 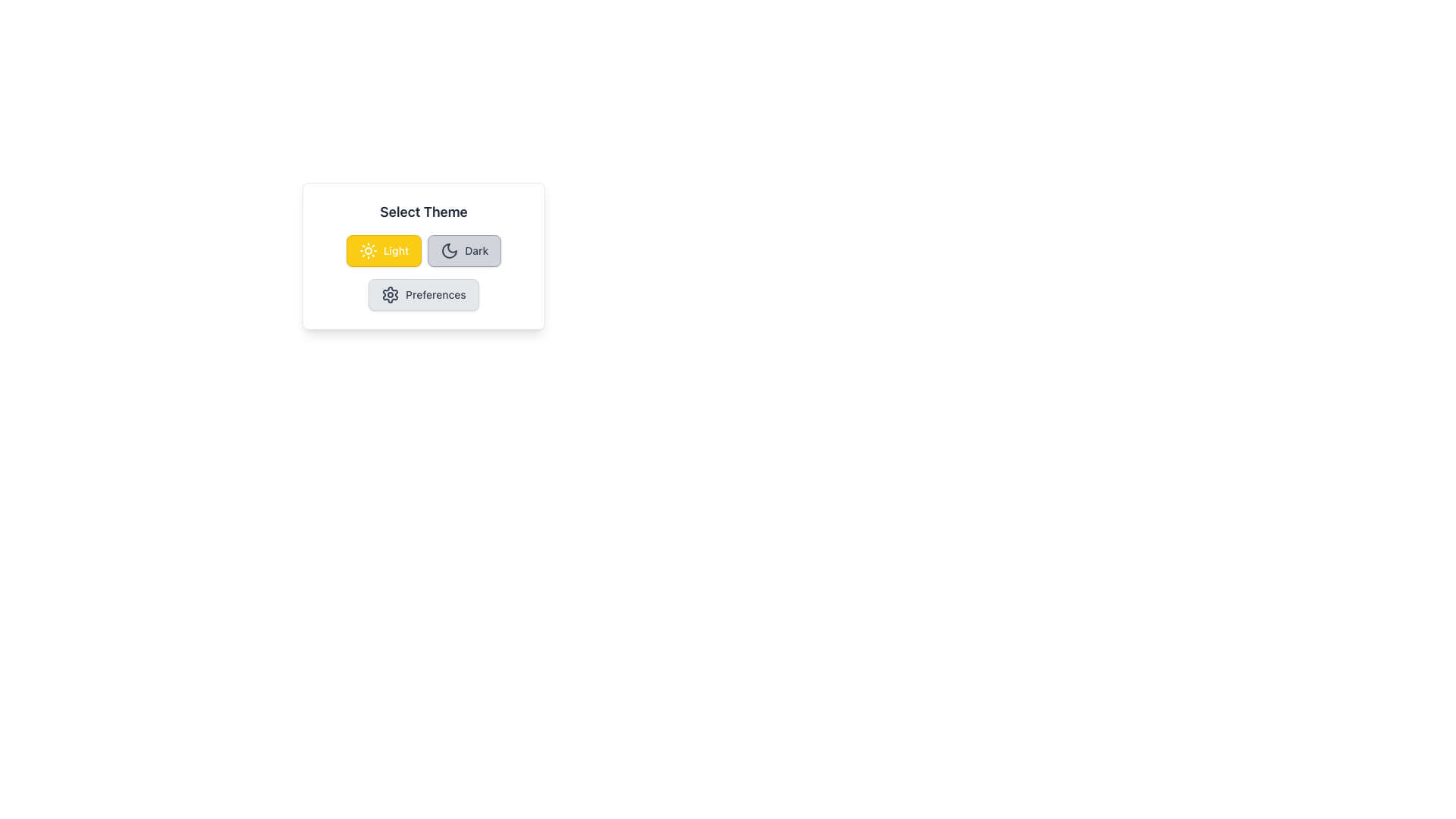 What do you see at coordinates (423, 250) in the screenshot?
I see `the 'Light' button in the Horizontal Button Group` at bounding box center [423, 250].